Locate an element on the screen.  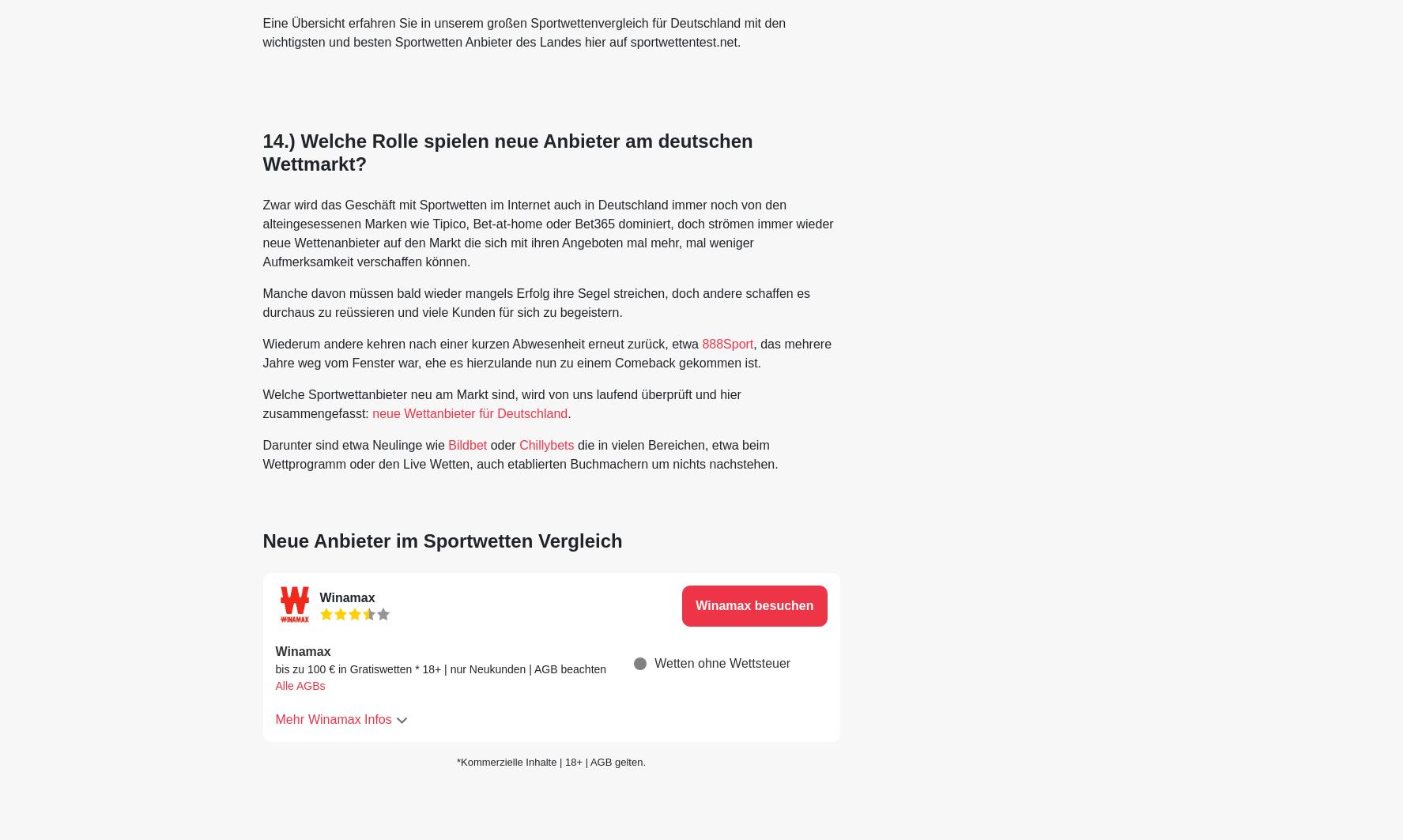
'.' is located at coordinates (568, 412).